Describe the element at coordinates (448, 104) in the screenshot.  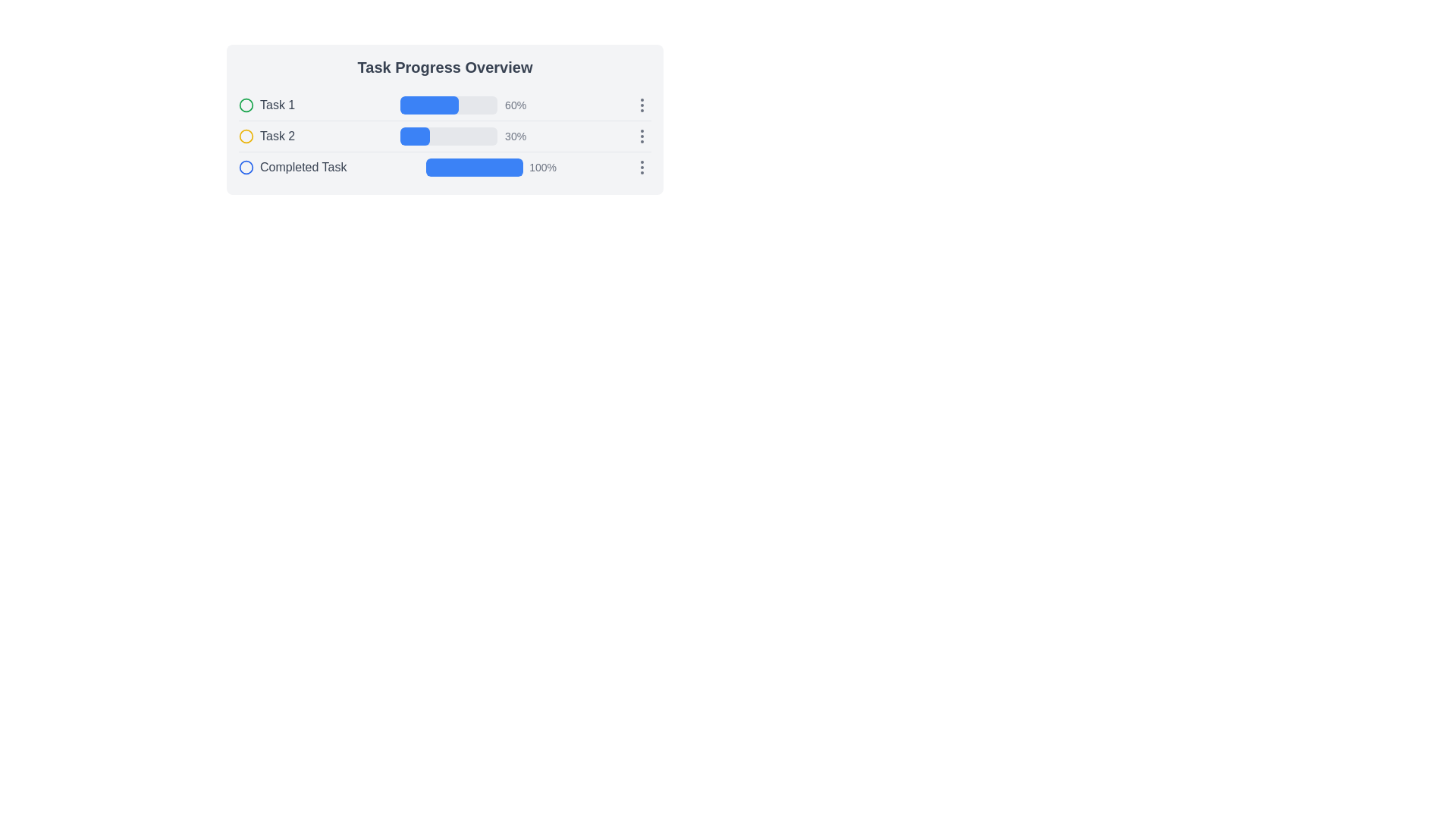
I see `the horizontal progress bar indicating 60% completion for 'Task 1' in the 'Task Progress Overview' table` at that location.